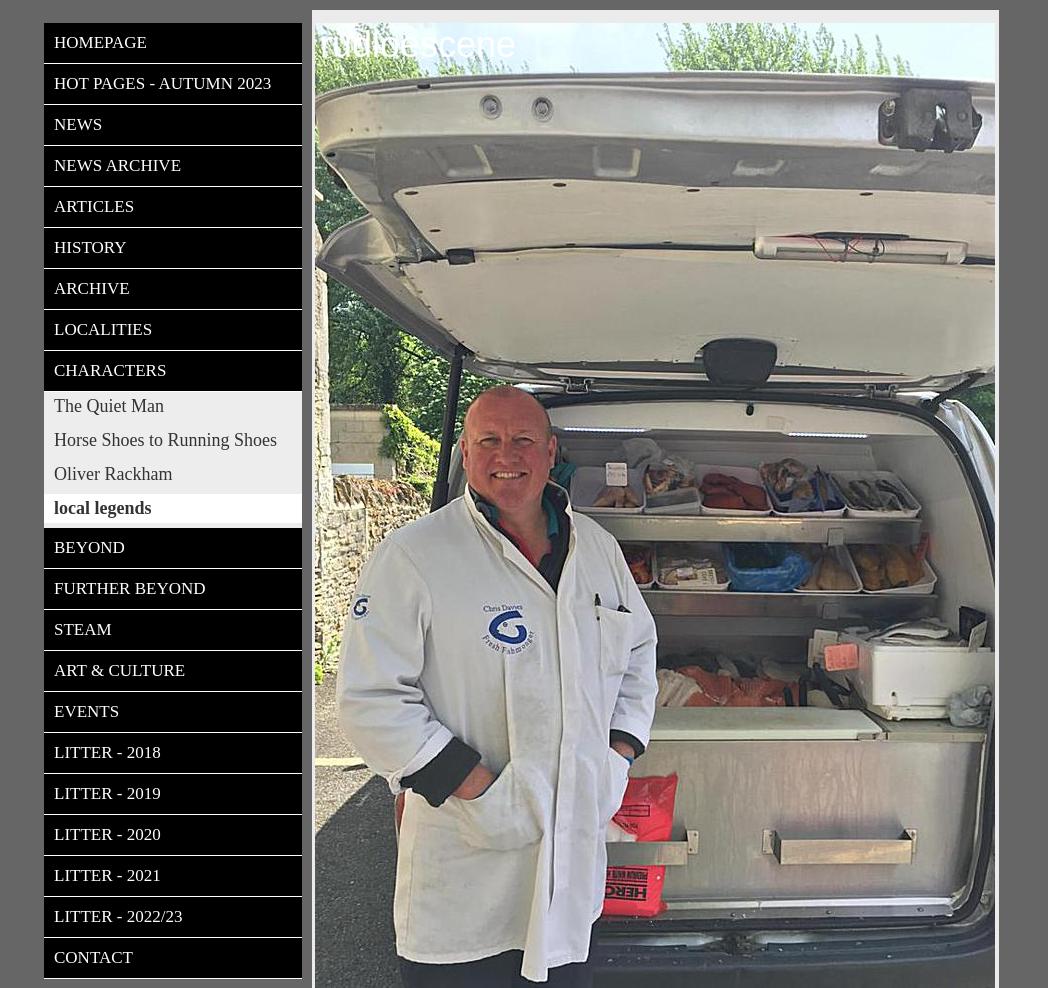 Image resolution: width=1048 pixels, height=988 pixels. What do you see at coordinates (98, 41) in the screenshot?
I see `'Homepage'` at bounding box center [98, 41].